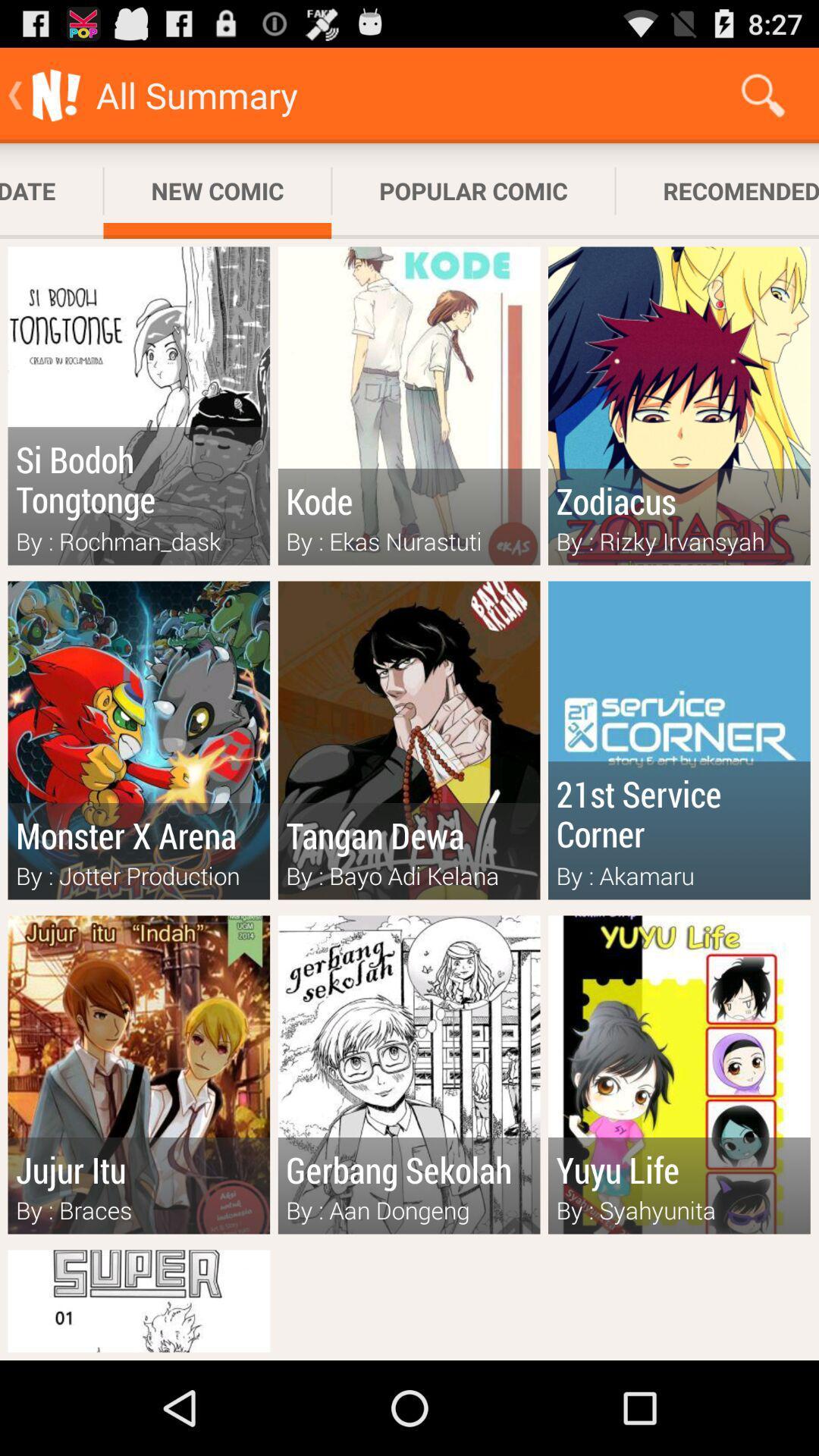 The image size is (819, 1456). What do you see at coordinates (217, 190) in the screenshot?
I see `the item next to popular comic` at bounding box center [217, 190].